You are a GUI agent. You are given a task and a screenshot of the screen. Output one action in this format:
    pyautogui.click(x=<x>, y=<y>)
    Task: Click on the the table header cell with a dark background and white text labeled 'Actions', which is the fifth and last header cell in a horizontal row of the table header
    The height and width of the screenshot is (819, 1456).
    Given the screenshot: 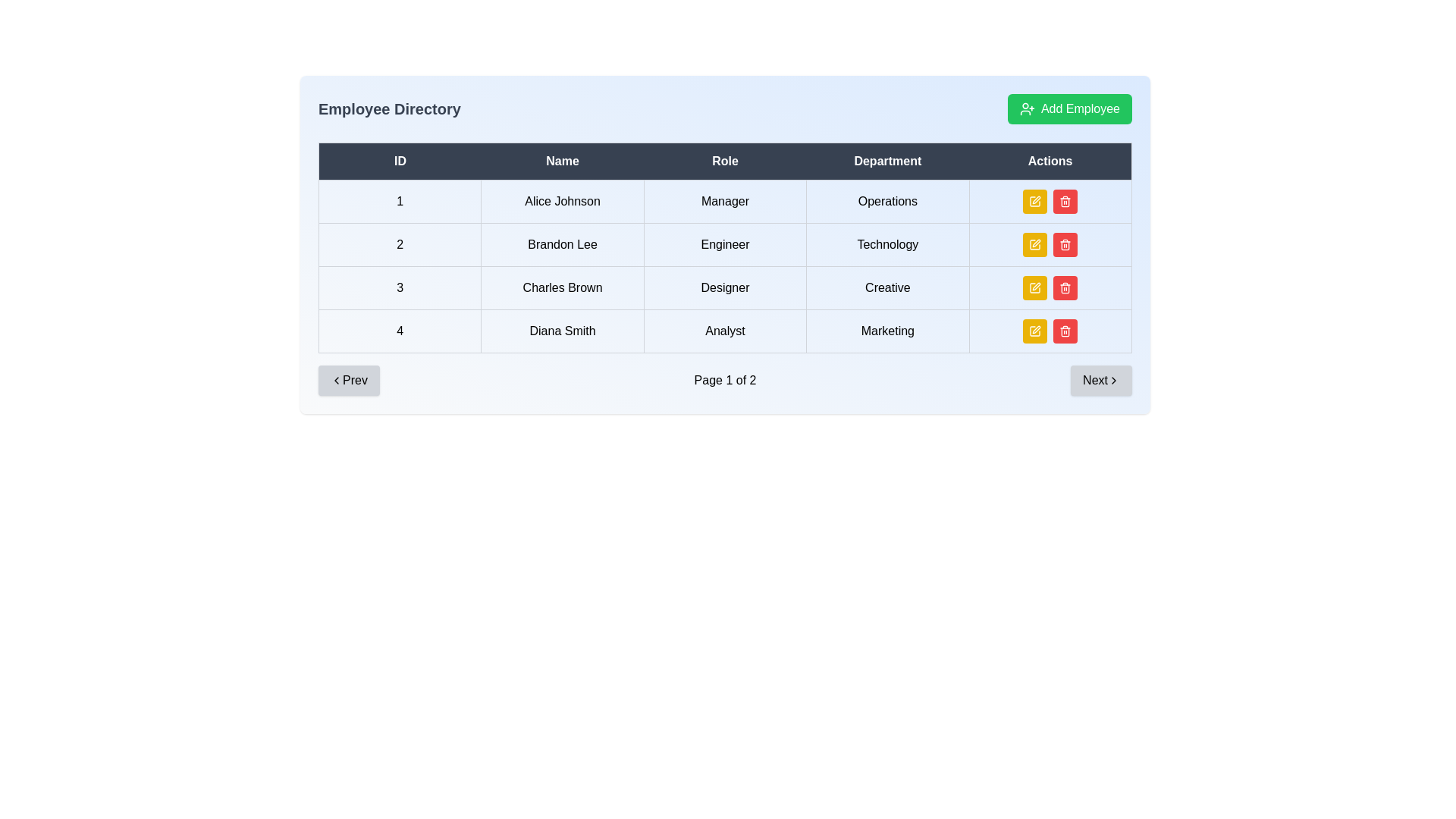 What is the action you would take?
    pyautogui.click(x=1050, y=161)
    